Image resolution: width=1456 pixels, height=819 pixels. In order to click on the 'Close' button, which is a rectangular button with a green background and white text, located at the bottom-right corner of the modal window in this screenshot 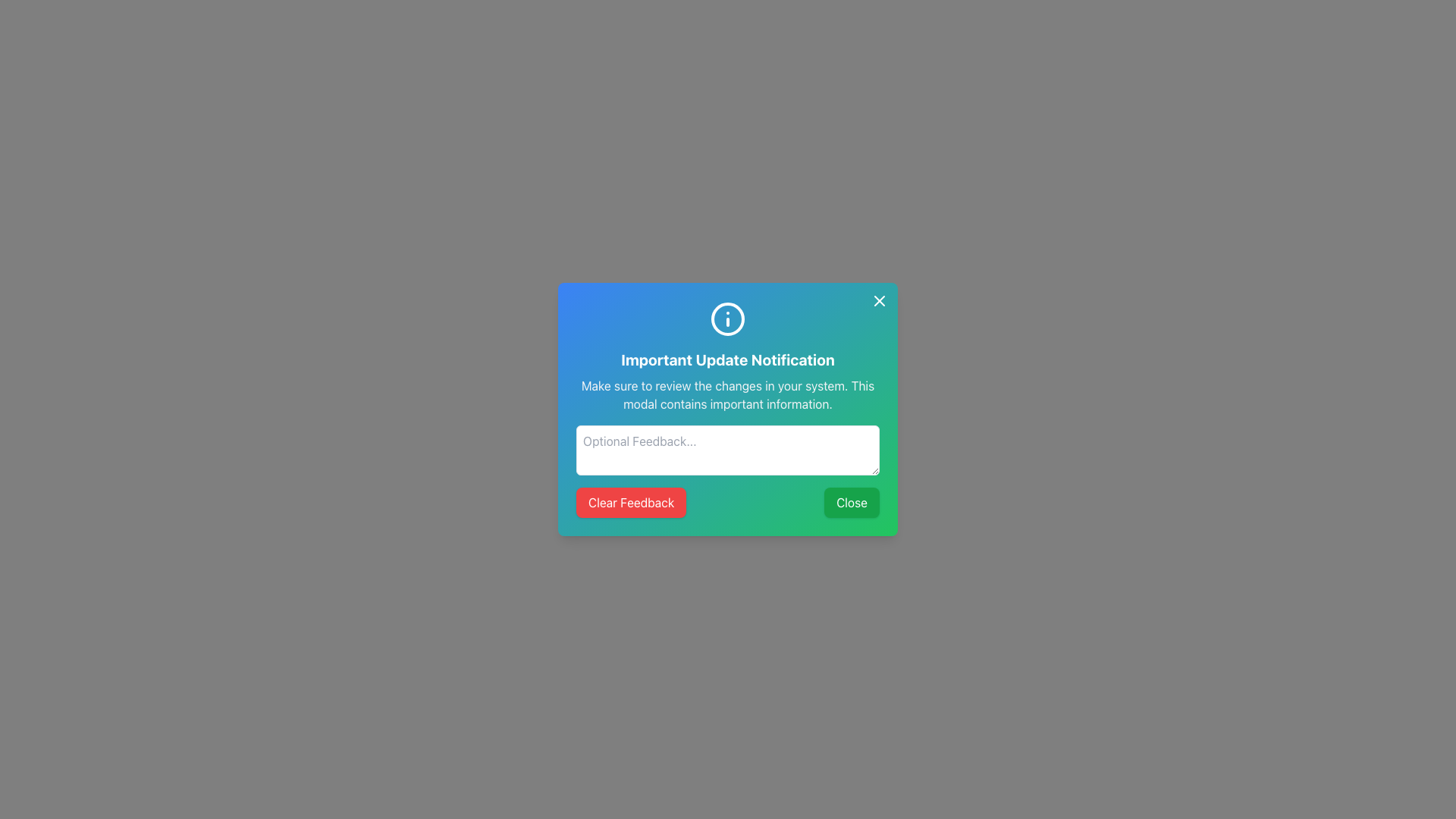, I will do `click(852, 503)`.